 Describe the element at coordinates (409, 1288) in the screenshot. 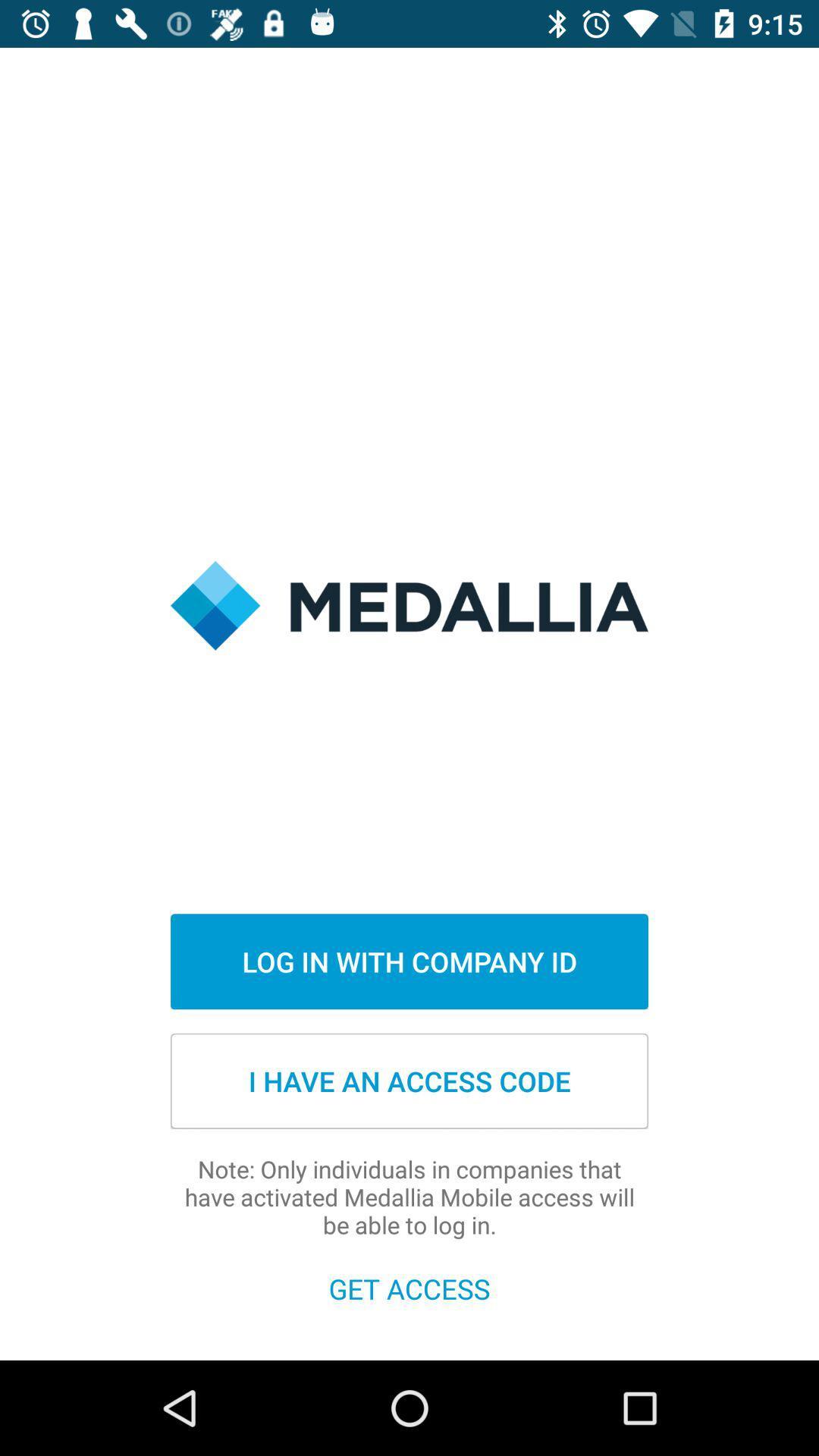

I see `the get access icon` at that location.